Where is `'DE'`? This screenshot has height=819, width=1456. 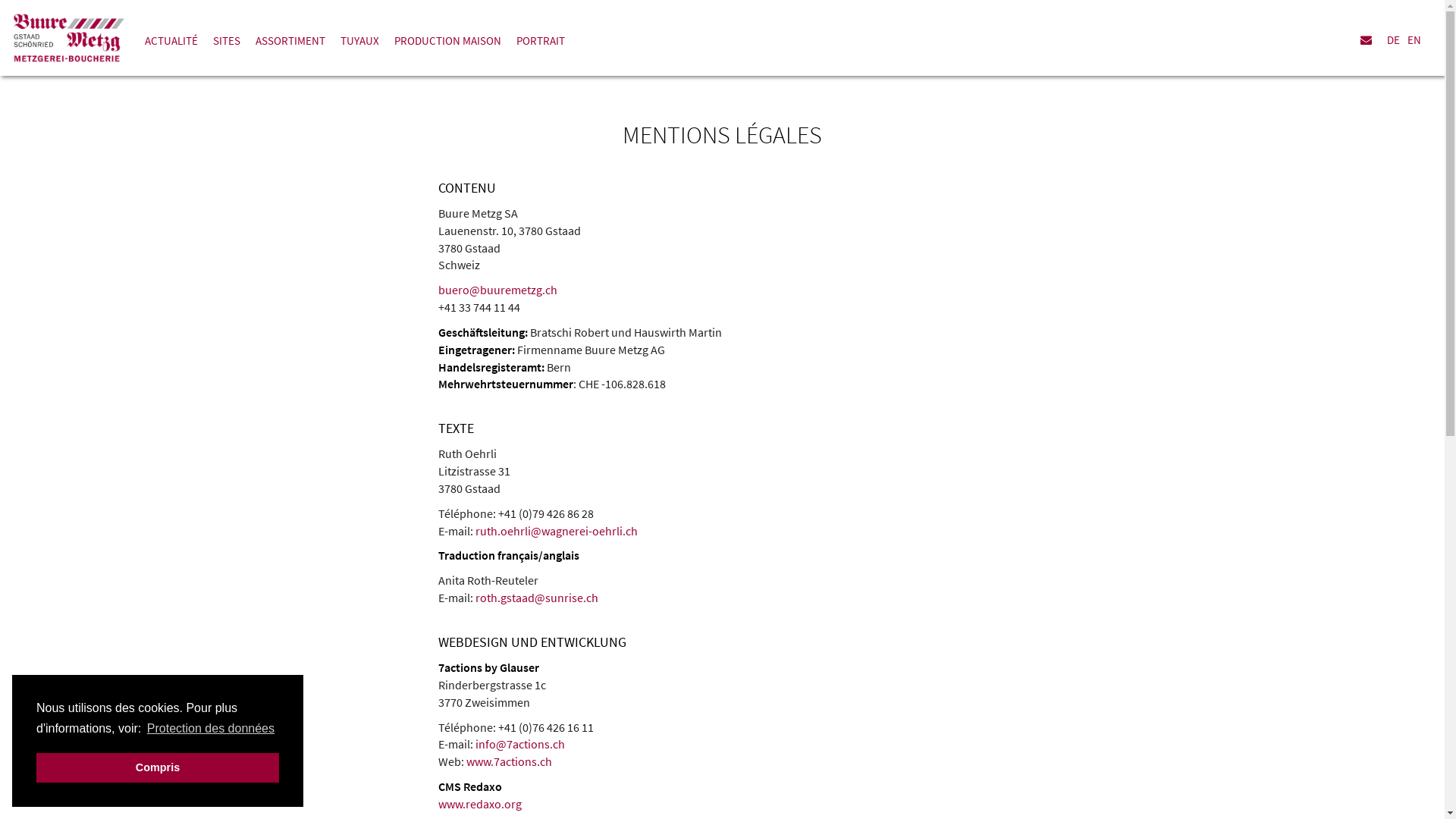
'DE' is located at coordinates (1396, 36).